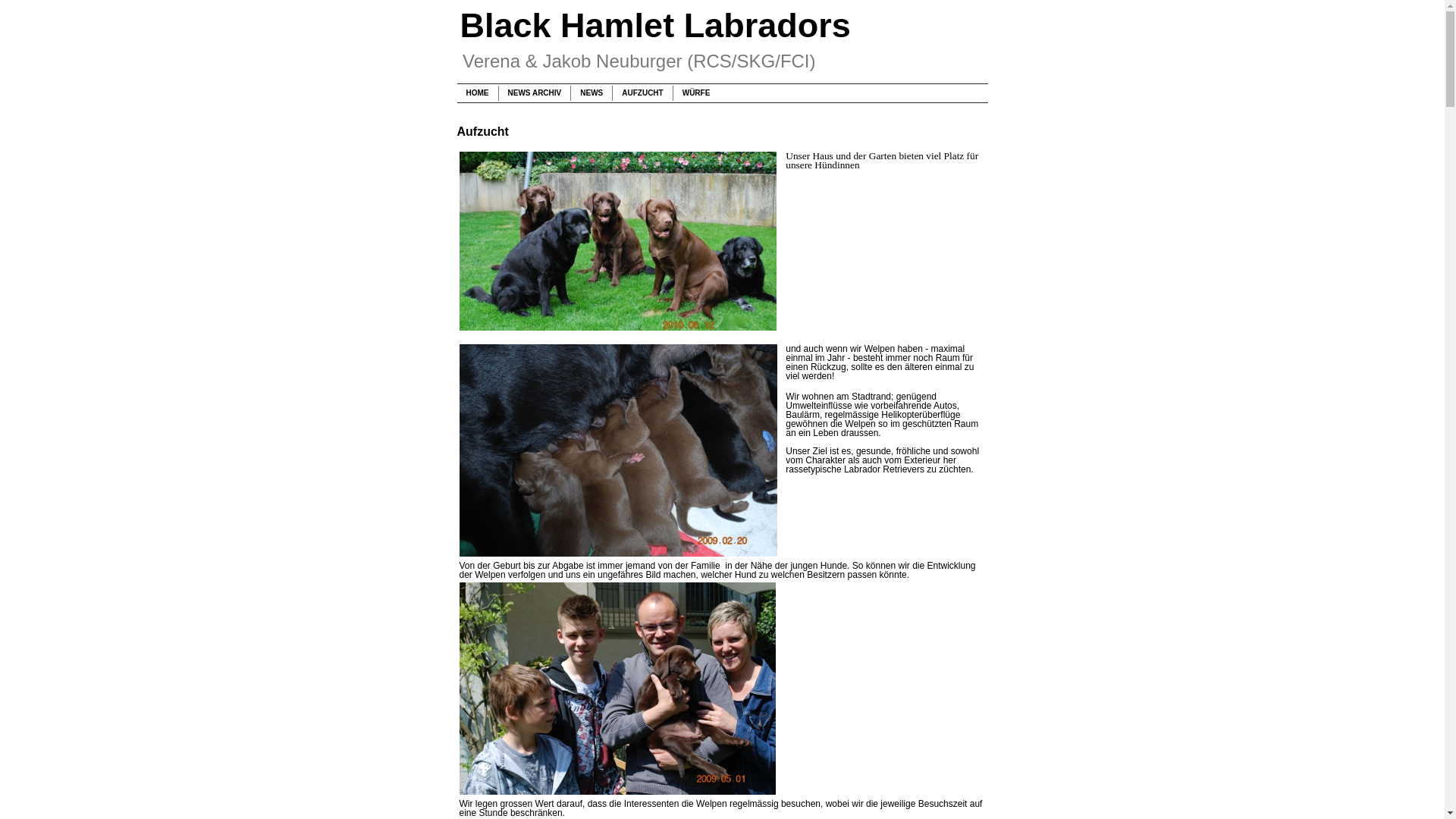  I want to click on 'HOME', so click(475, 93).